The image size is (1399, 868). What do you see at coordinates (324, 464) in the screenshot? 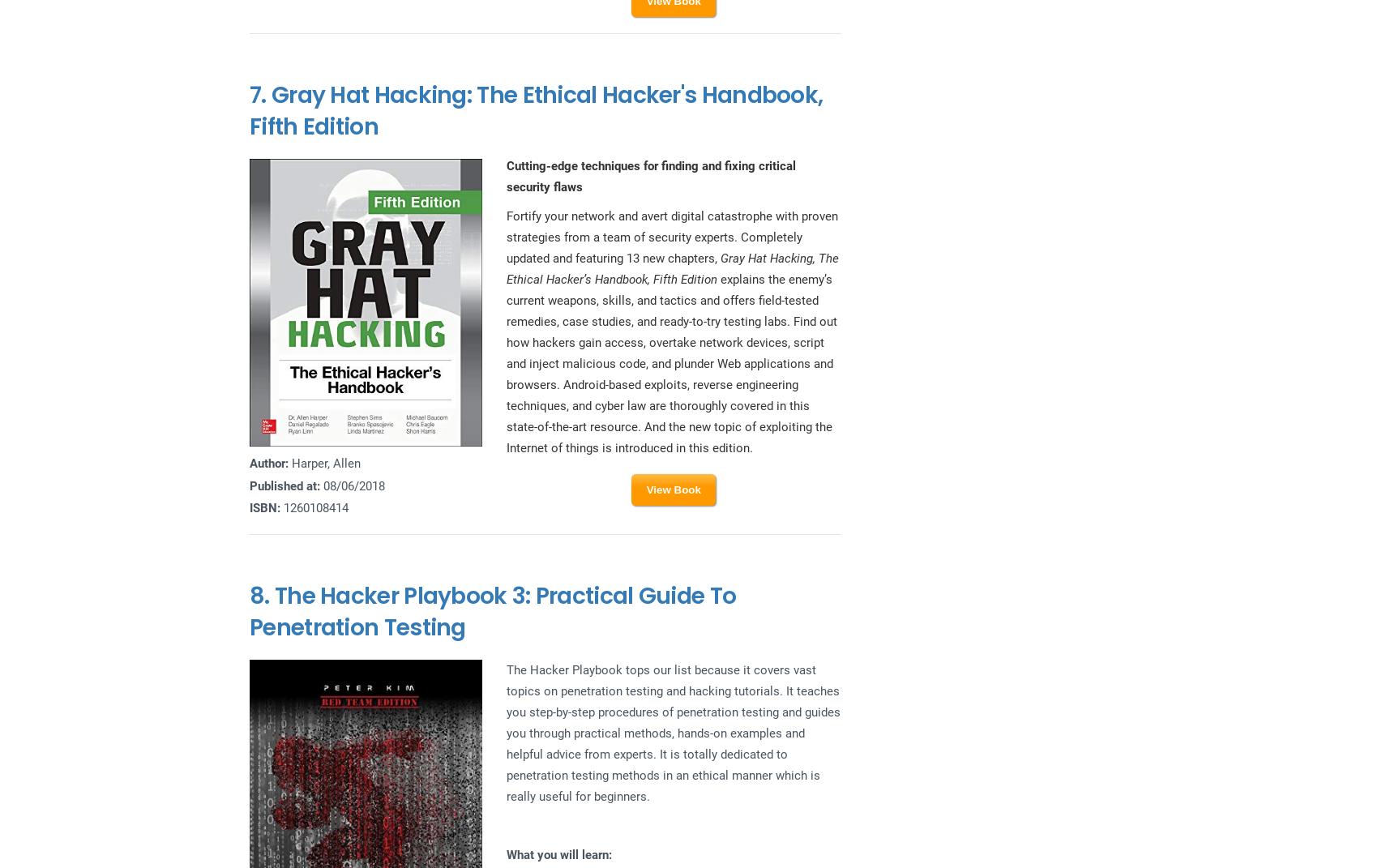
I see `'Harper, Allen'` at bounding box center [324, 464].